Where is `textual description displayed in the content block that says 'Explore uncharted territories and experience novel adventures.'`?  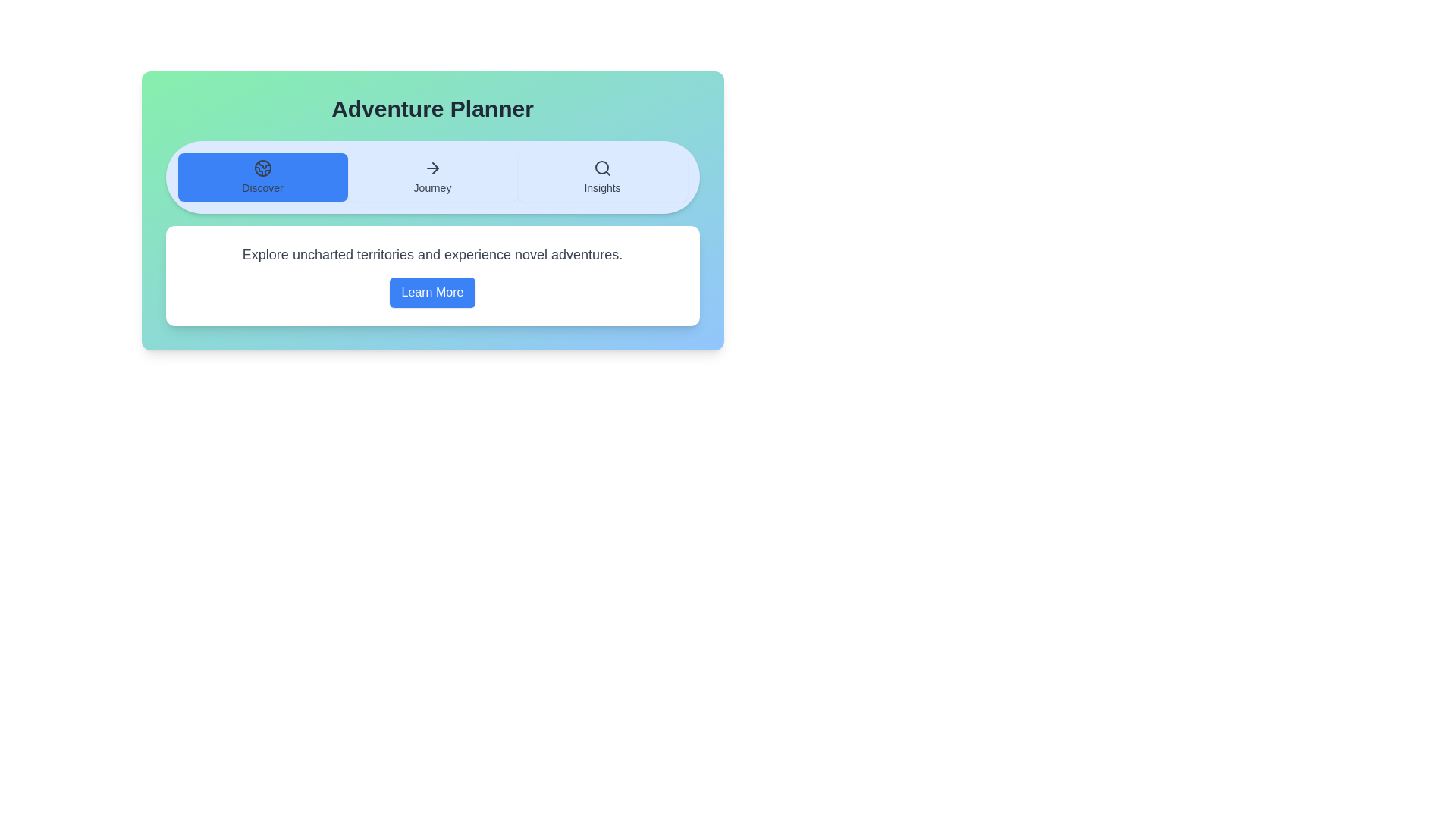 textual description displayed in the content block that says 'Explore uncharted territories and experience novel adventures.' is located at coordinates (431, 275).